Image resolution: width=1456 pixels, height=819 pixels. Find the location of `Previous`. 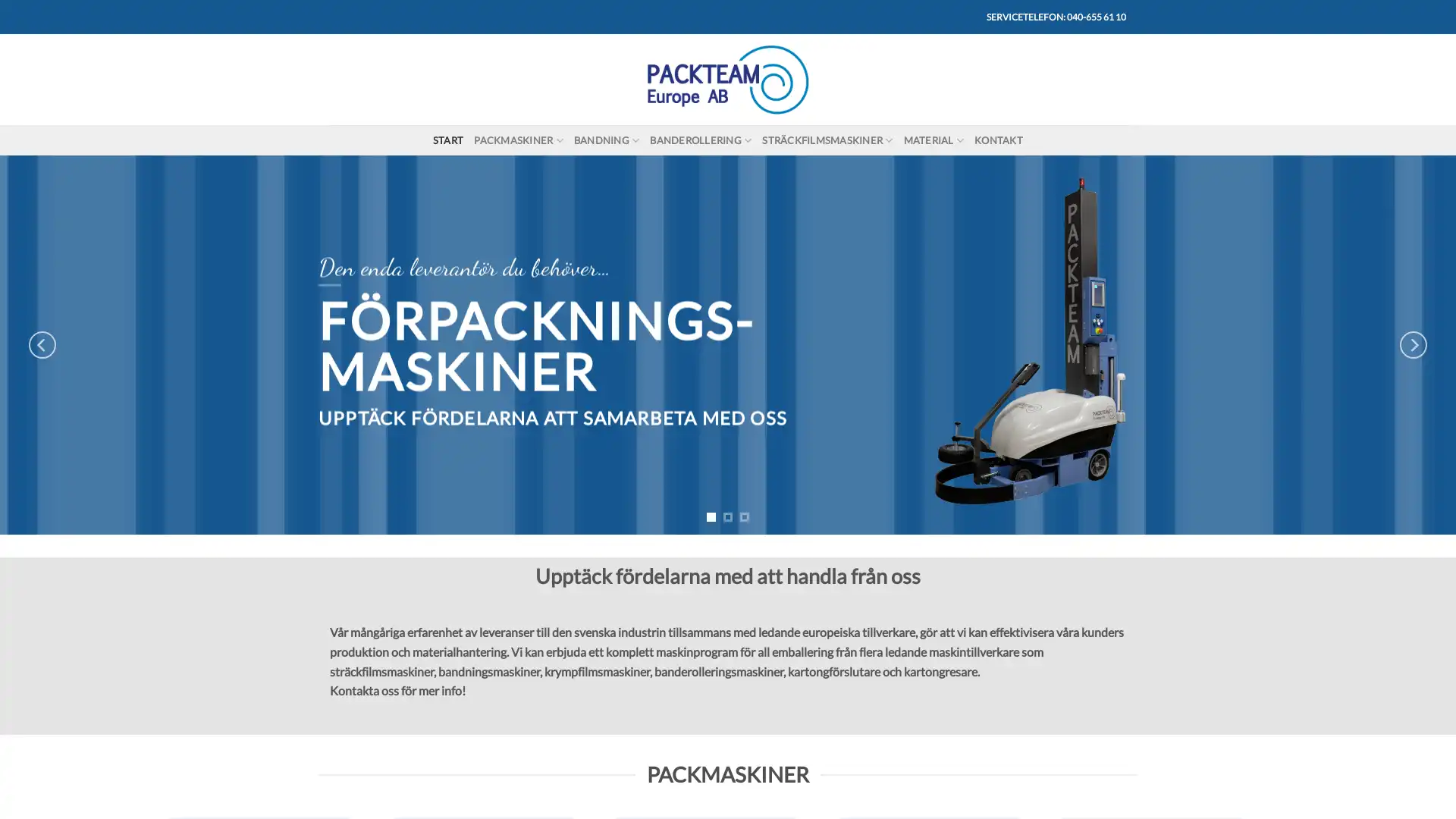

Previous is located at coordinates (42, 345).